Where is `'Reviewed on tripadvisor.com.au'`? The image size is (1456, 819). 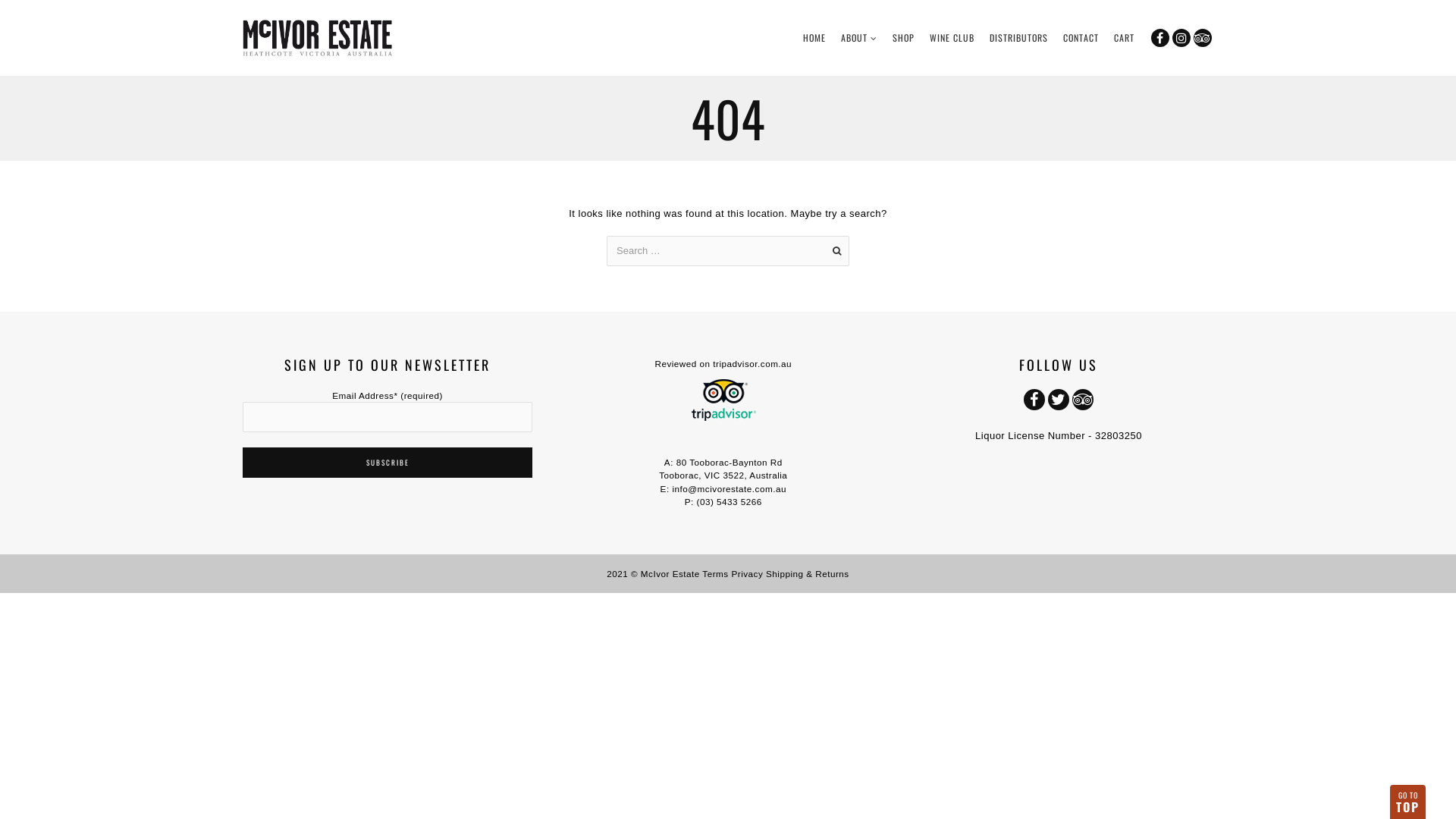
'Reviewed on tripadvisor.com.au' is located at coordinates (722, 363).